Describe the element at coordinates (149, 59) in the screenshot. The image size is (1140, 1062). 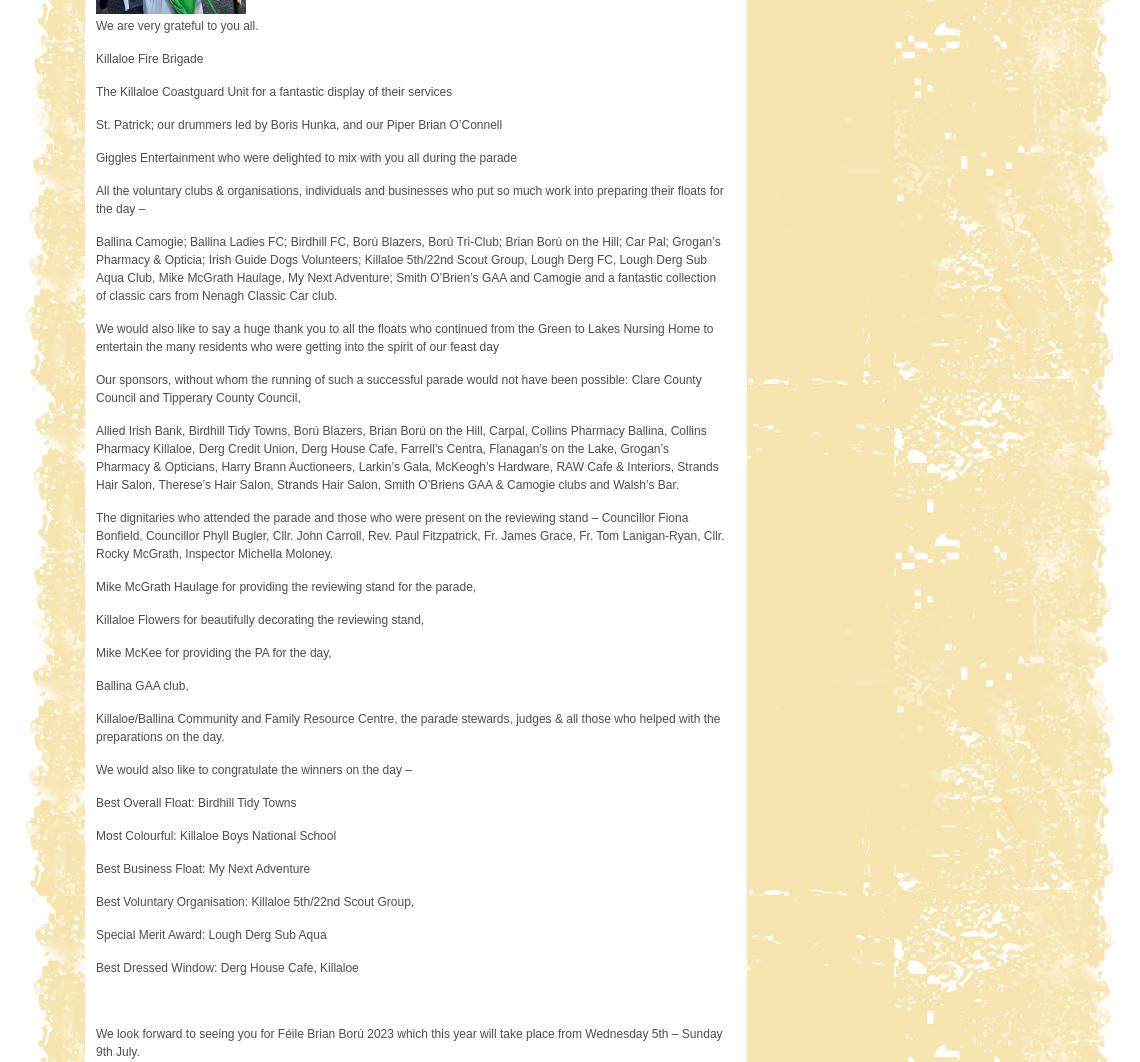
I see `'Killaloe Fire Brigade'` at that location.